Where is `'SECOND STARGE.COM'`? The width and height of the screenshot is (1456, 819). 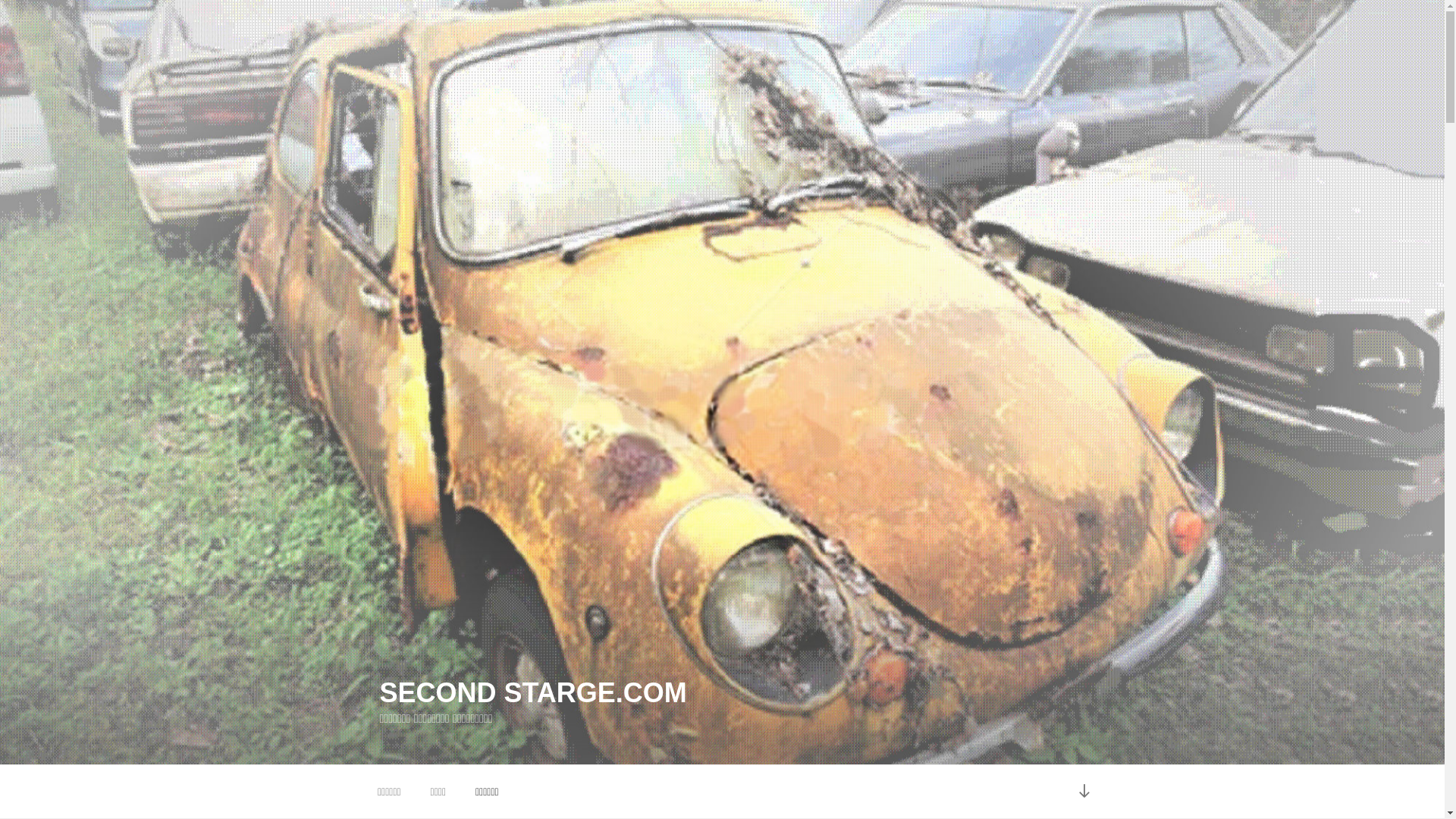
'SECOND STARGE.COM' is located at coordinates (532, 692).